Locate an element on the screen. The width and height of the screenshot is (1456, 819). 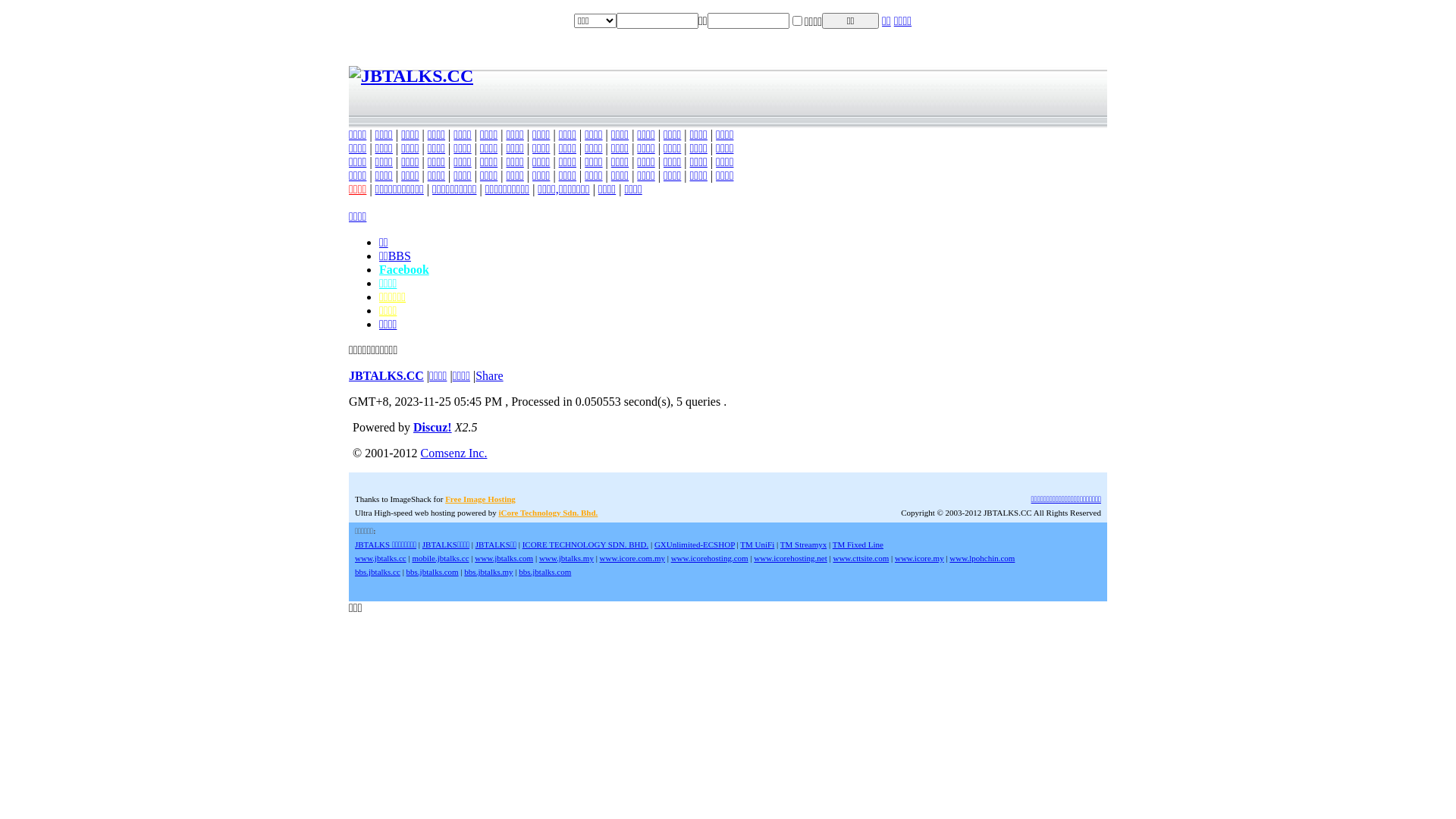
'Comsenz Inc.' is located at coordinates (453, 452).